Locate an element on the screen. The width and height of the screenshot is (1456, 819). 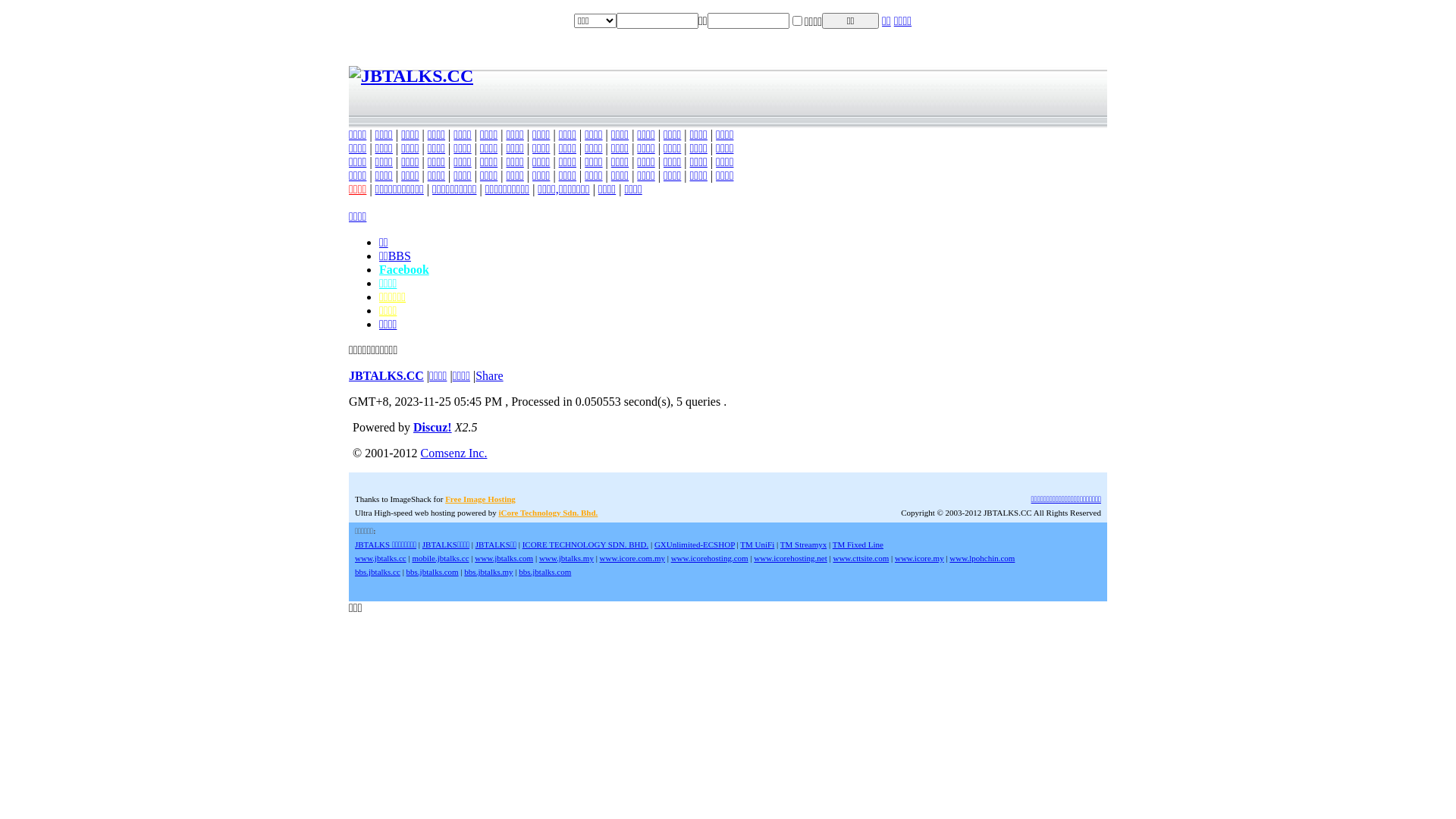
'Comsenz Inc.' is located at coordinates (453, 452).